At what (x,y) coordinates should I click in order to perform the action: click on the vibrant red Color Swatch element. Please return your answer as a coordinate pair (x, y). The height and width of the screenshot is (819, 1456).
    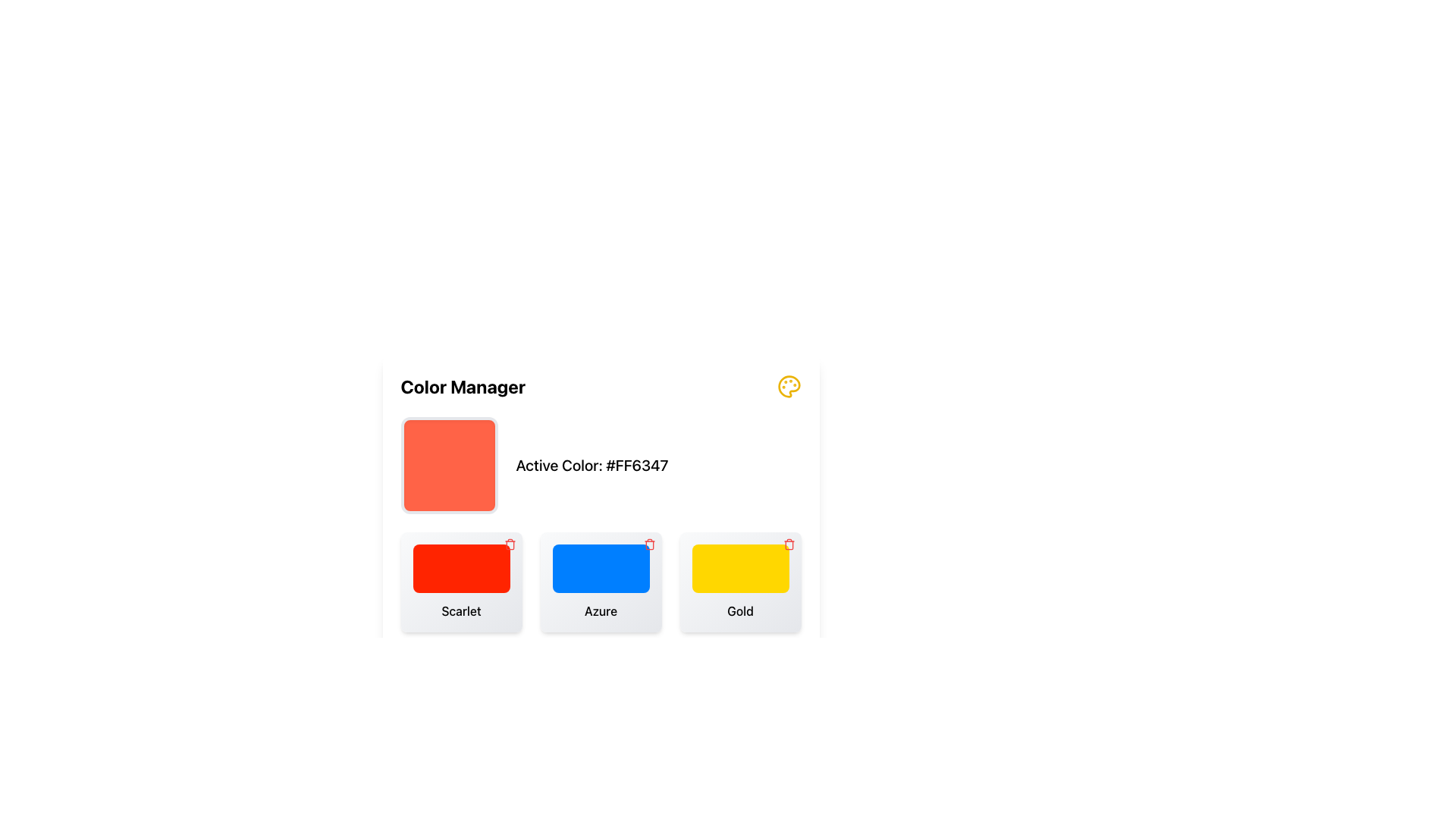
    Looking at the image, I should click on (460, 568).